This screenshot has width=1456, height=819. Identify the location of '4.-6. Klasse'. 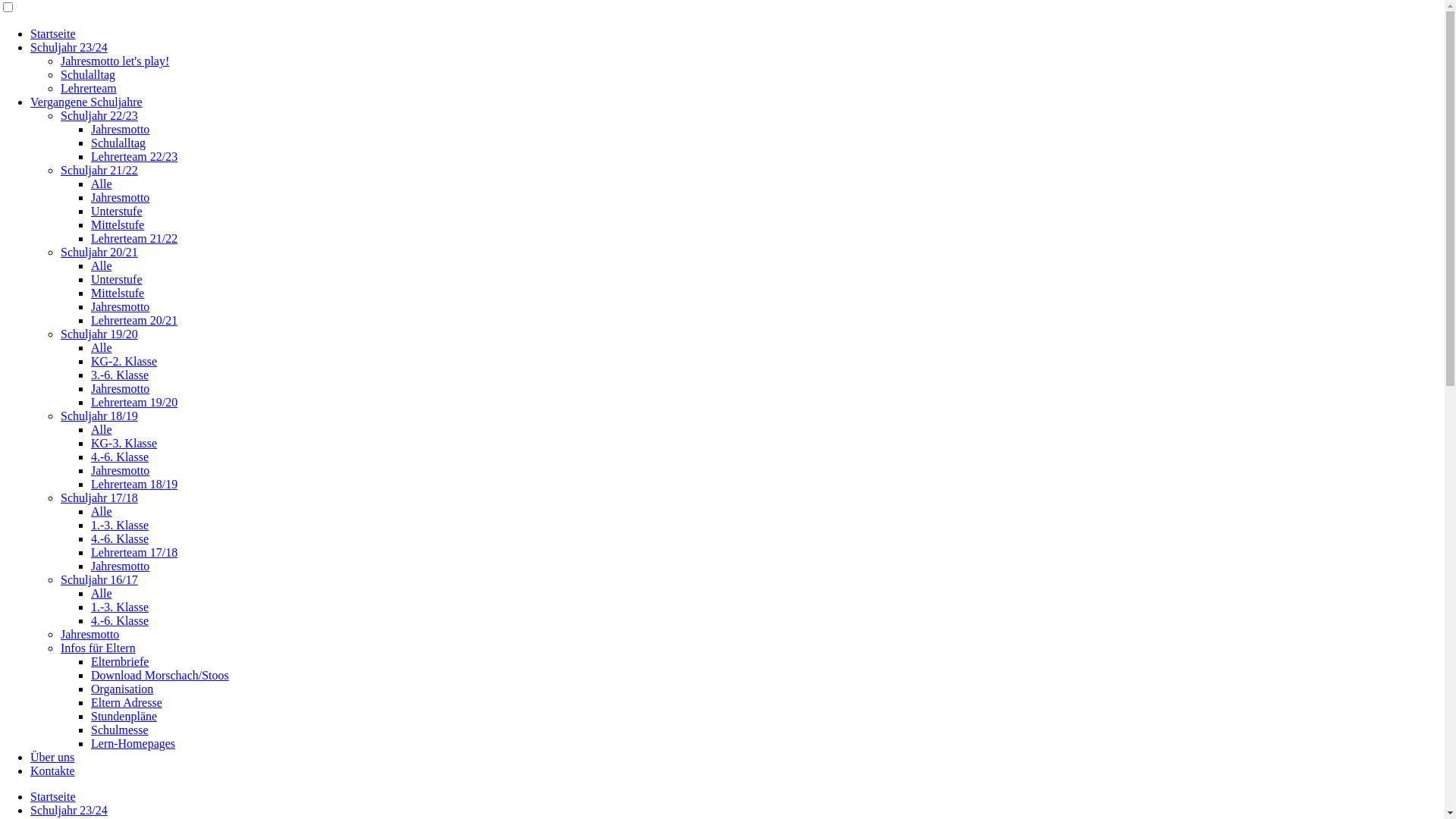
(90, 620).